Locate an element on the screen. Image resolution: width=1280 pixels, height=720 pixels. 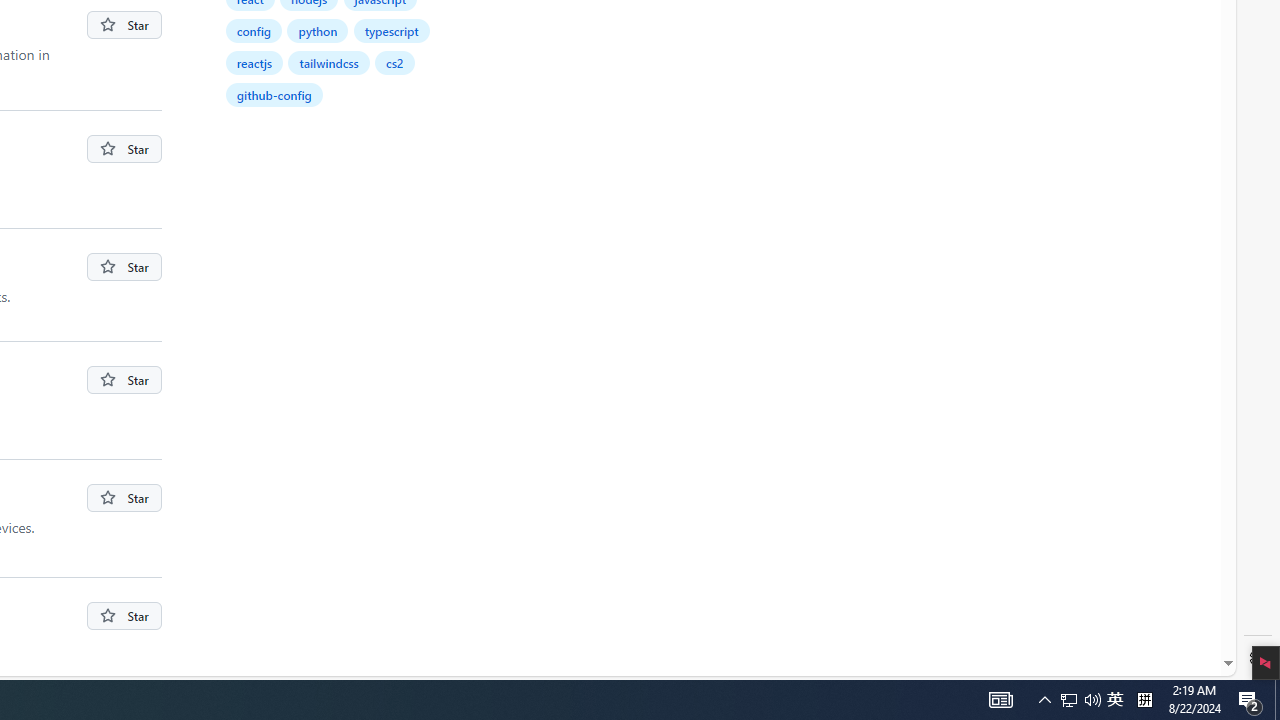
'python' is located at coordinates (317, 30).